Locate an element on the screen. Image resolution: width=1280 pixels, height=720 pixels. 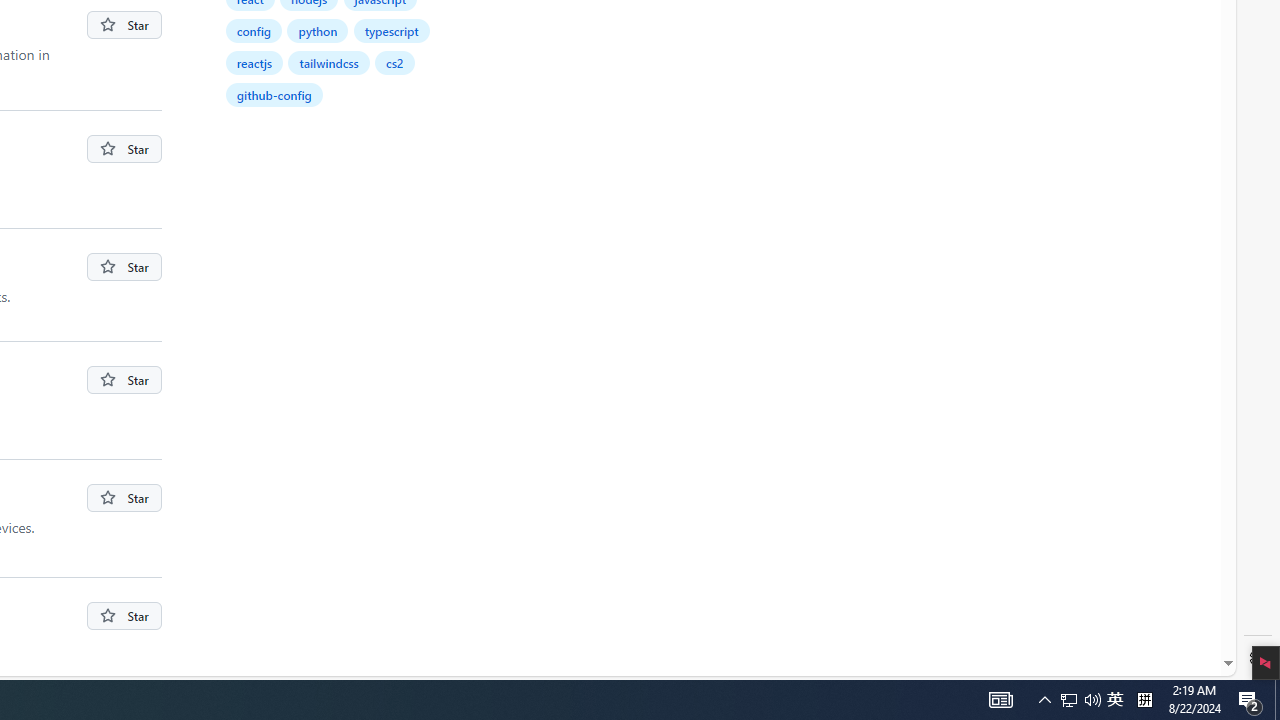
'python' is located at coordinates (317, 30).